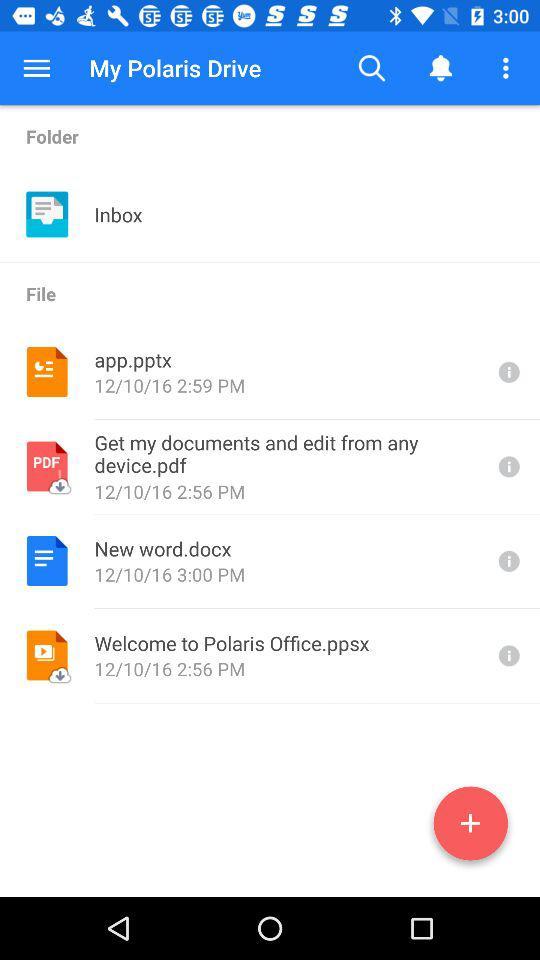 This screenshot has width=540, height=960. Describe the element at coordinates (507, 466) in the screenshot. I see `info about pdf` at that location.